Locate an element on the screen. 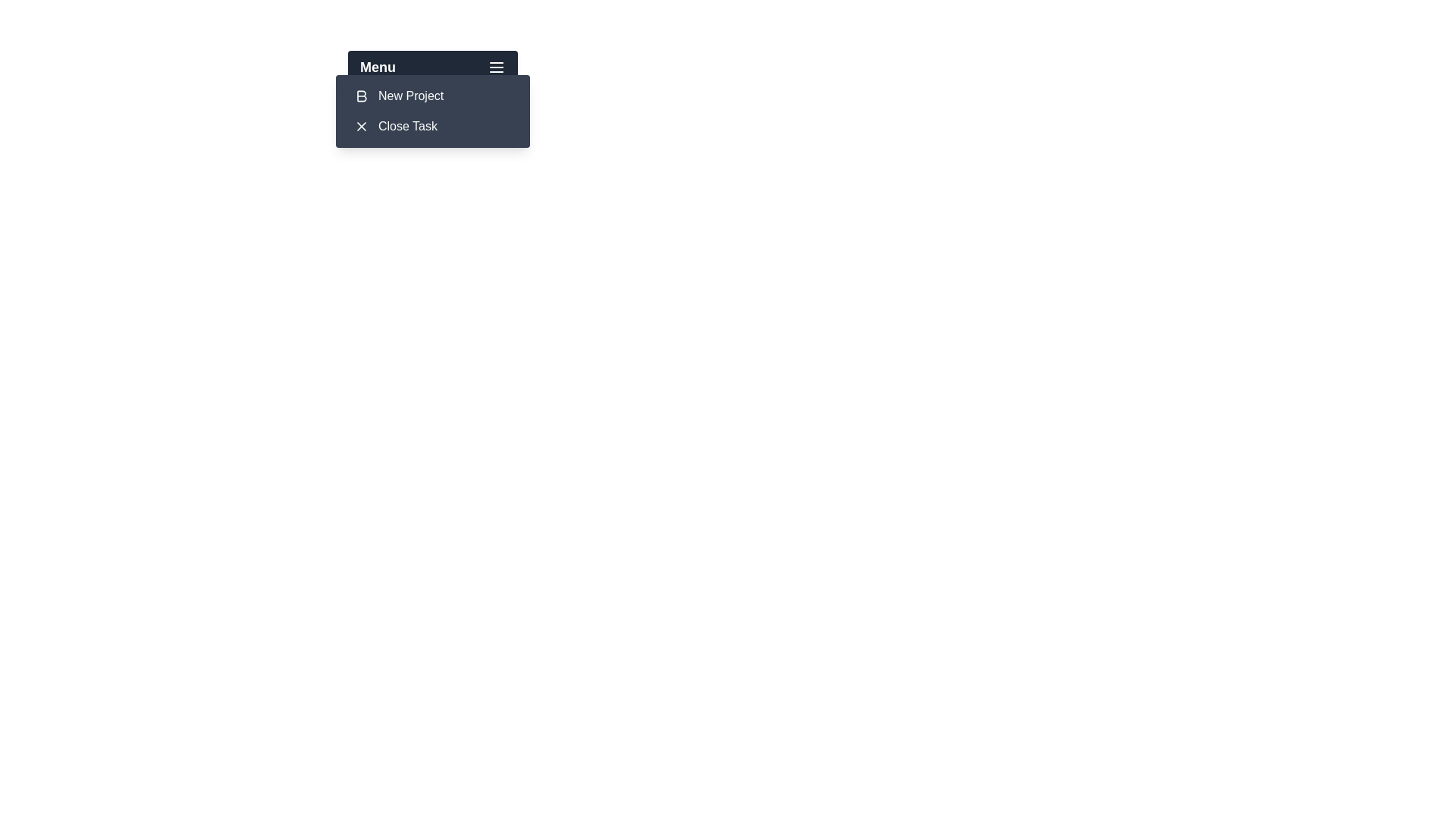 This screenshot has width=1456, height=819. the 'Close Task' text label located in the dropdown menu below the 'Menu' header, adjacent to the 'X' icon is located at coordinates (407, 125).